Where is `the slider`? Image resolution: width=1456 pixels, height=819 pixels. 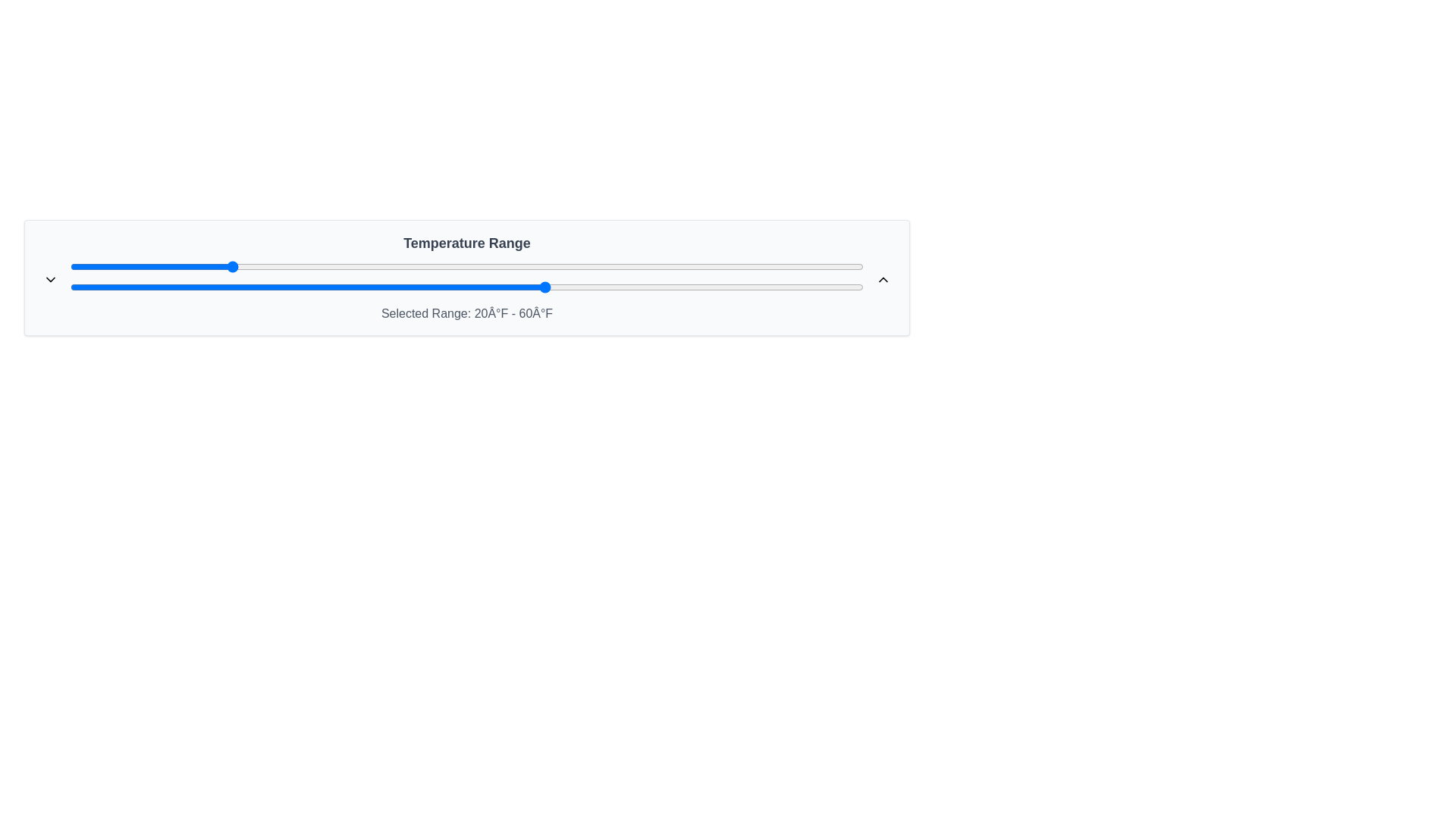 the slider is located at coordinates (507, 287).